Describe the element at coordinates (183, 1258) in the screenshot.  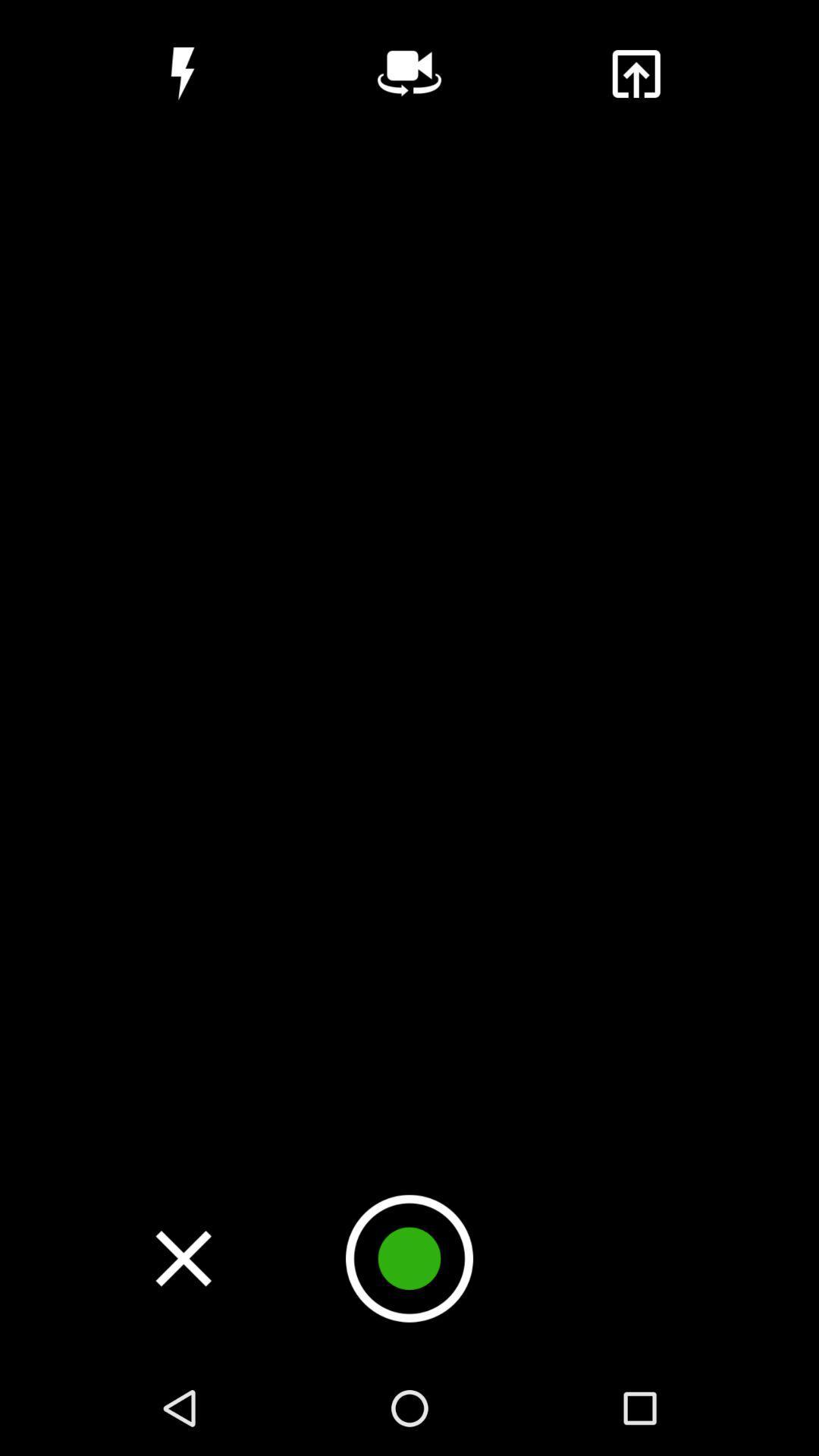
I see `exit video recorder` at that location.